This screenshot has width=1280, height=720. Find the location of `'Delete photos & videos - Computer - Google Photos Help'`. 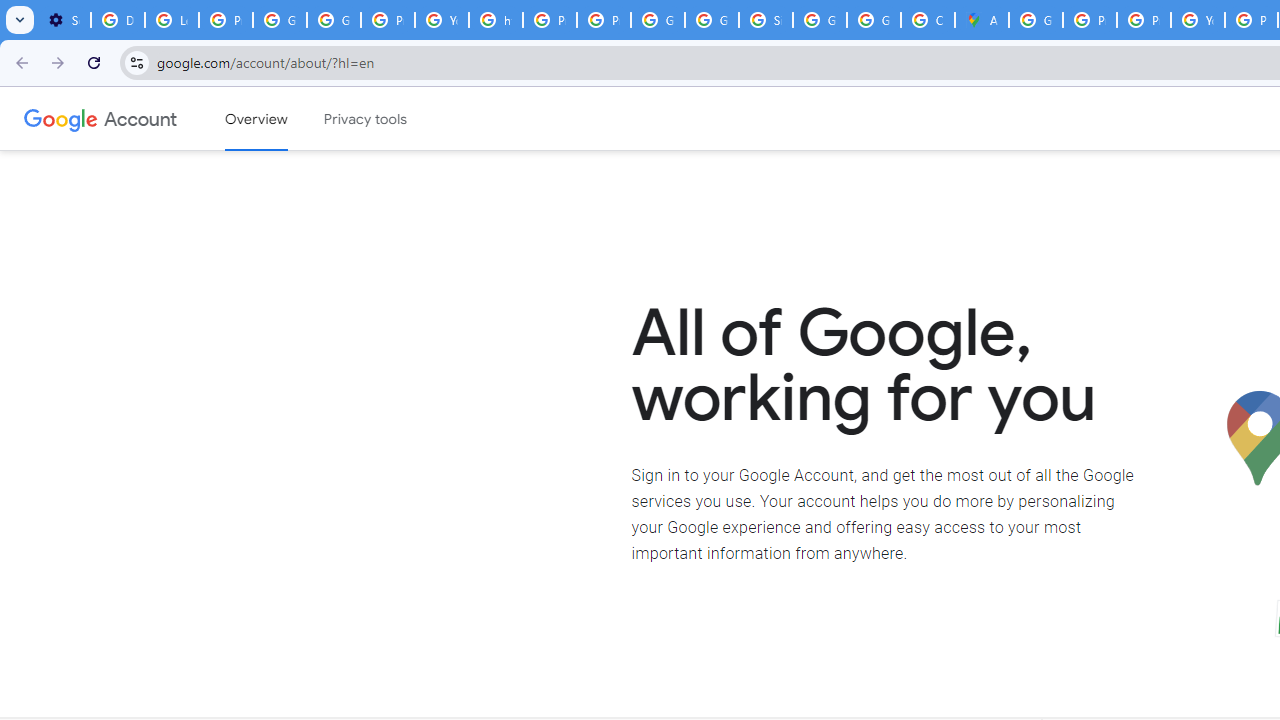

'Delete photos & videos - Computer - Google Photos Help' is located at coordinates (116, 20).